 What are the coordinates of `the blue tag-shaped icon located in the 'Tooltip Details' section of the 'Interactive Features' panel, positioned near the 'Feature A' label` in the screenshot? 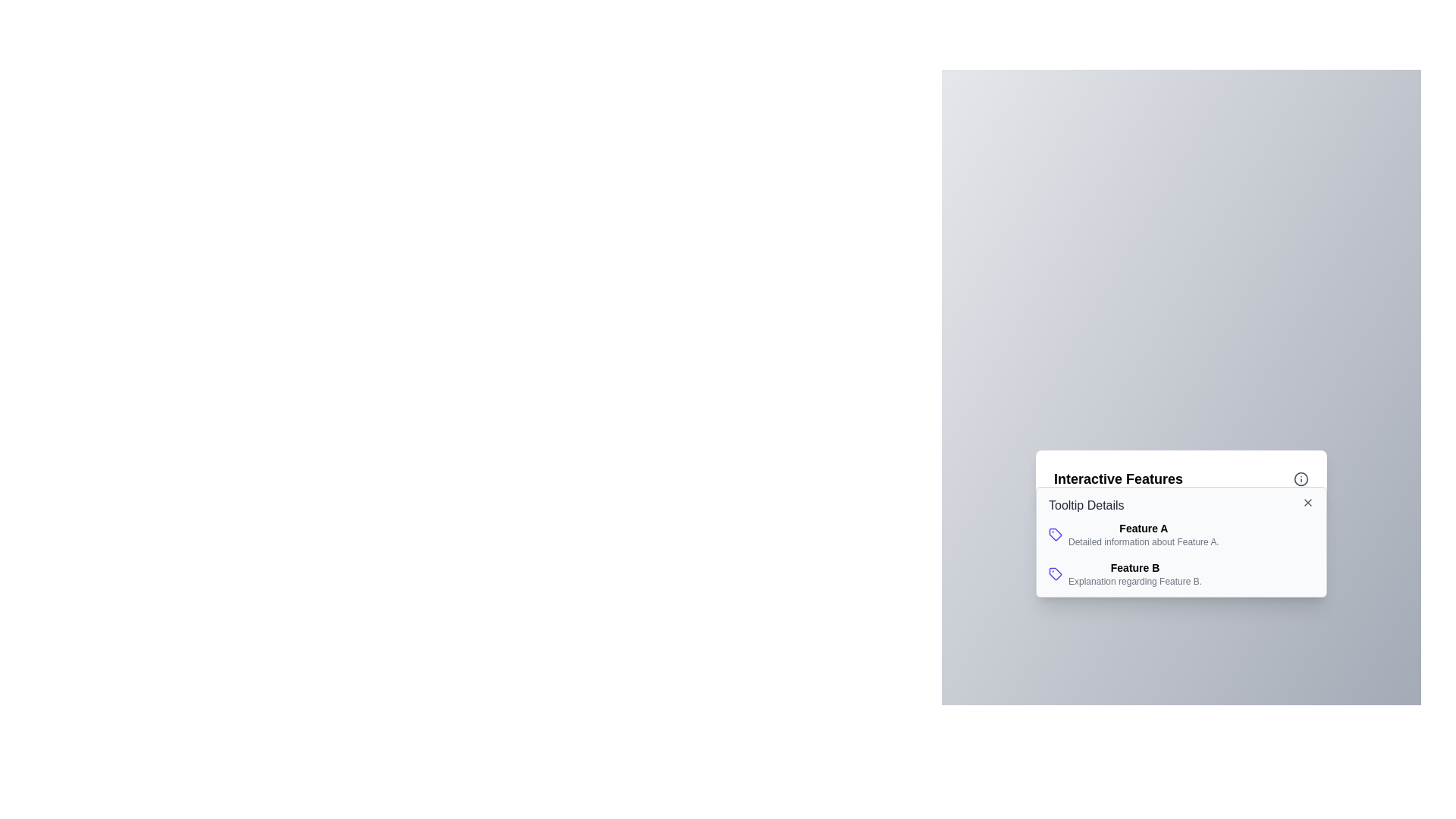 It's located at (1055, 573).